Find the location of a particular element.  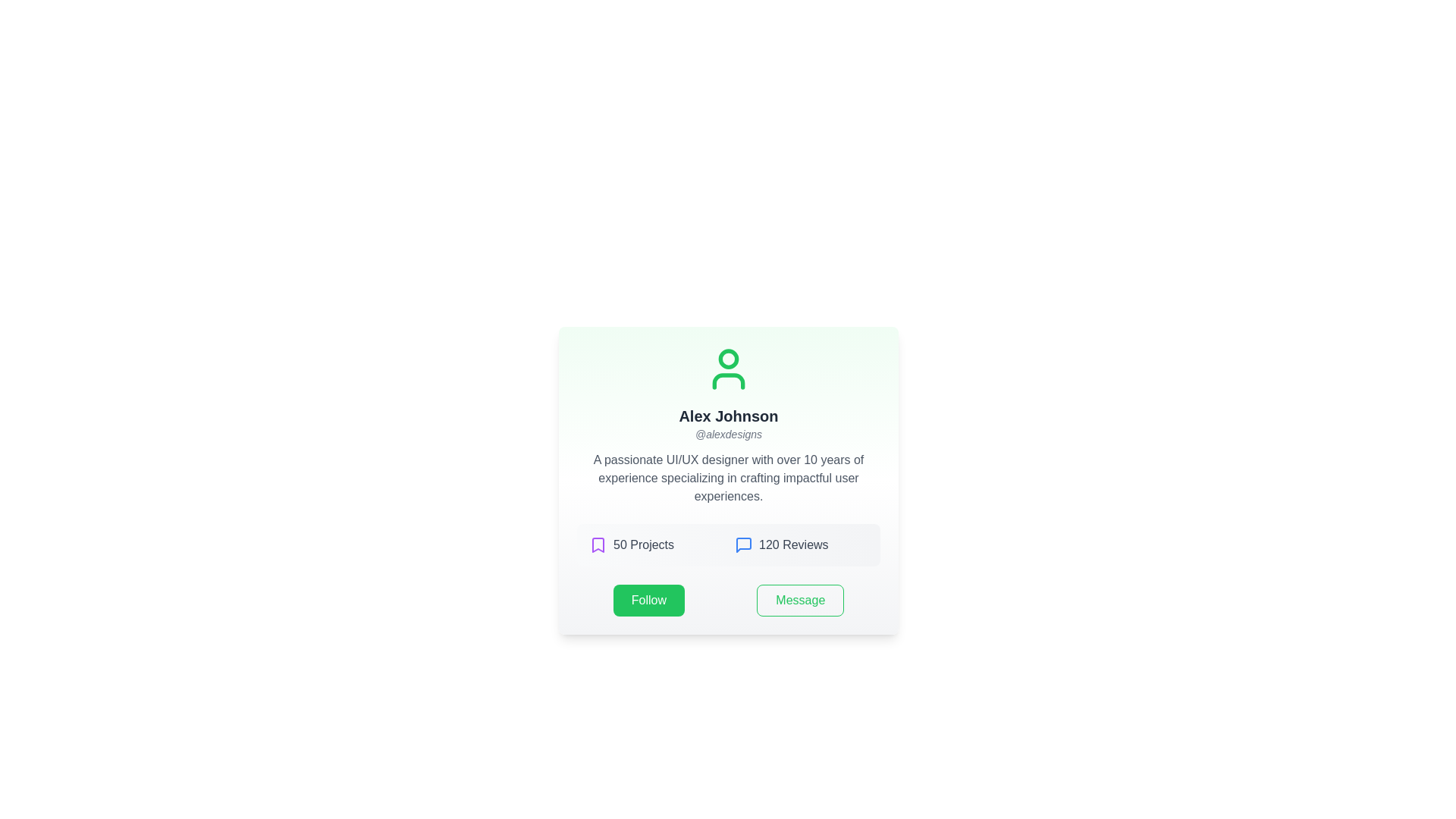

the 'Message' button with a green border and text is located at coordinates (799, 599).